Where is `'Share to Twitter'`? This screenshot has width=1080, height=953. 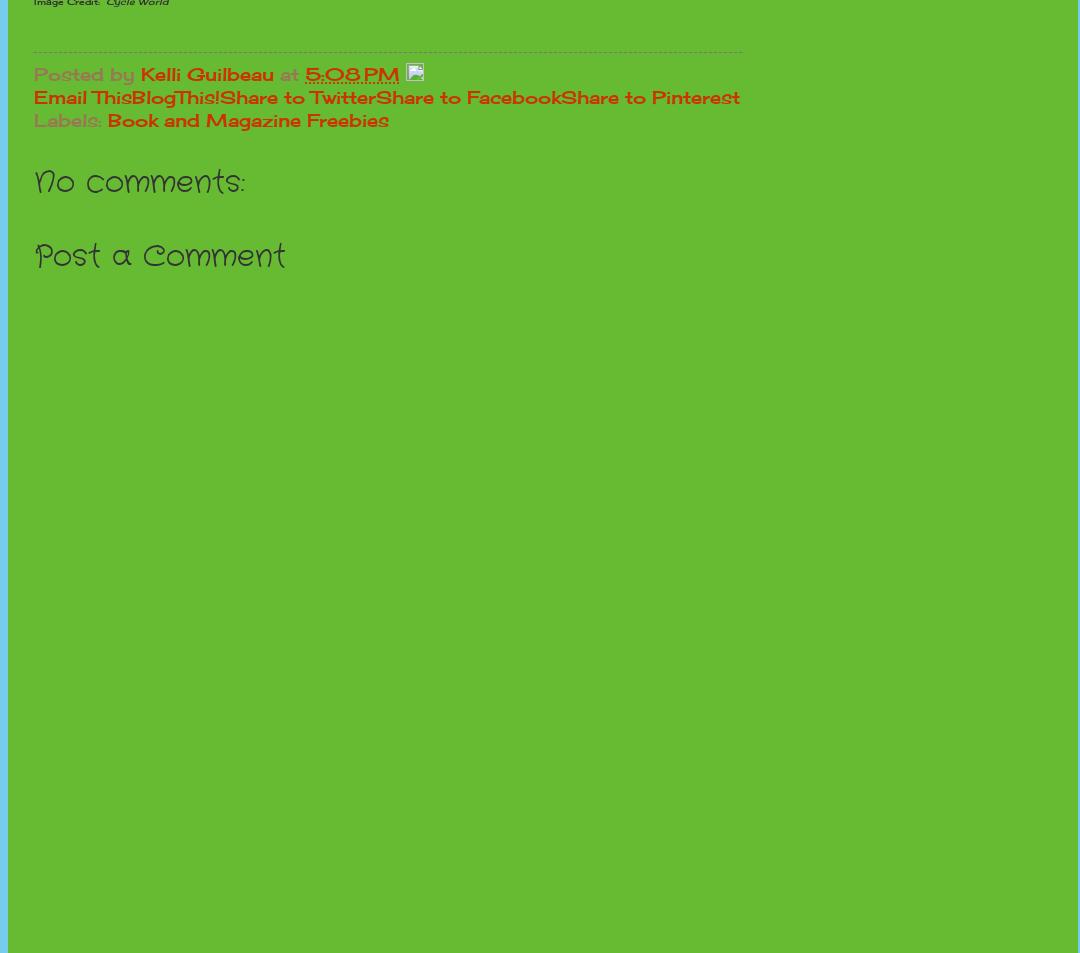
'Share to Twitter' is located at coordinates (297, 96).